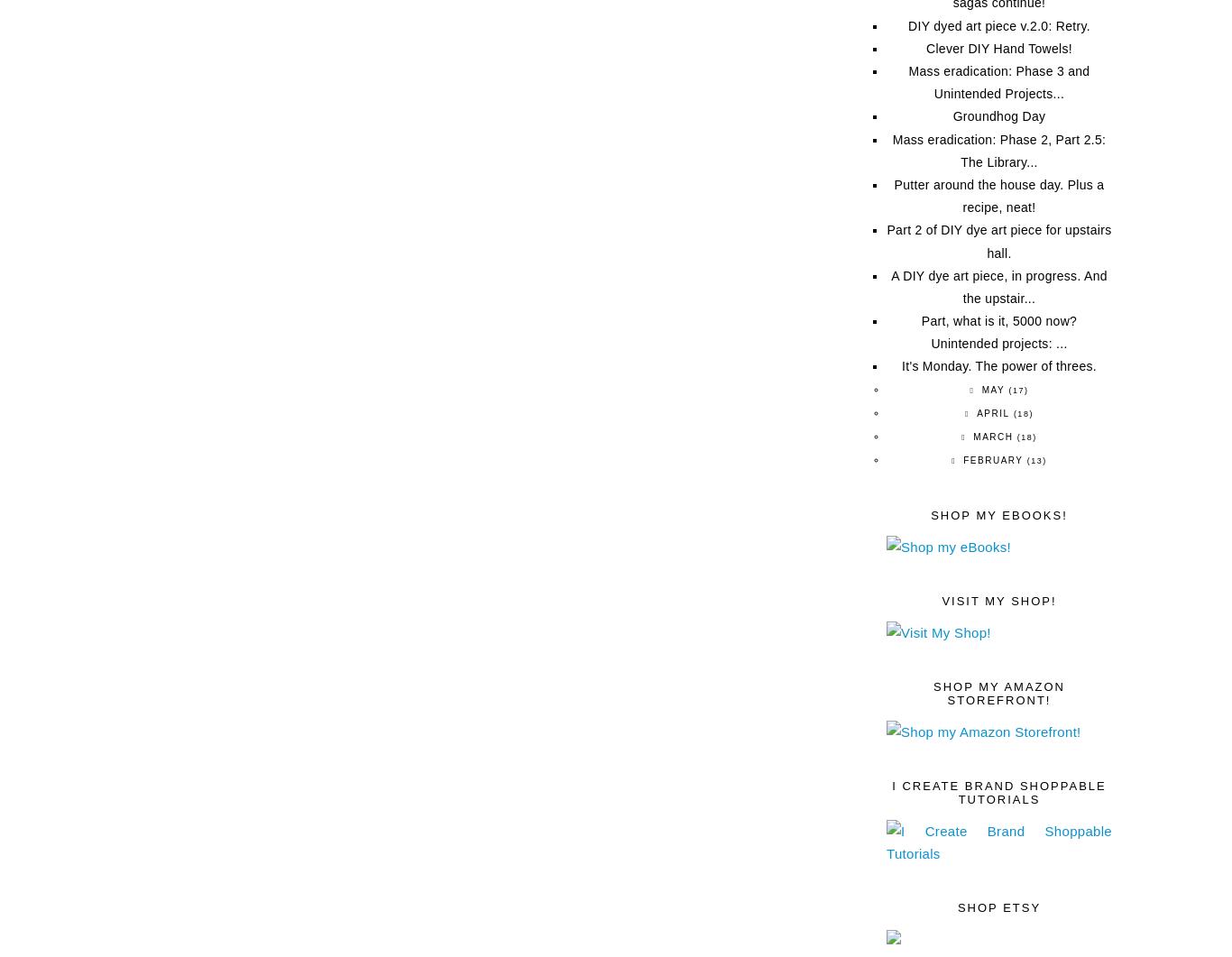 The height and width of the screenshot is (957, 1232). I want to click on 'Mass eradication:  Phase 2, Part 2.5:  The Library...', so click(891, 150).